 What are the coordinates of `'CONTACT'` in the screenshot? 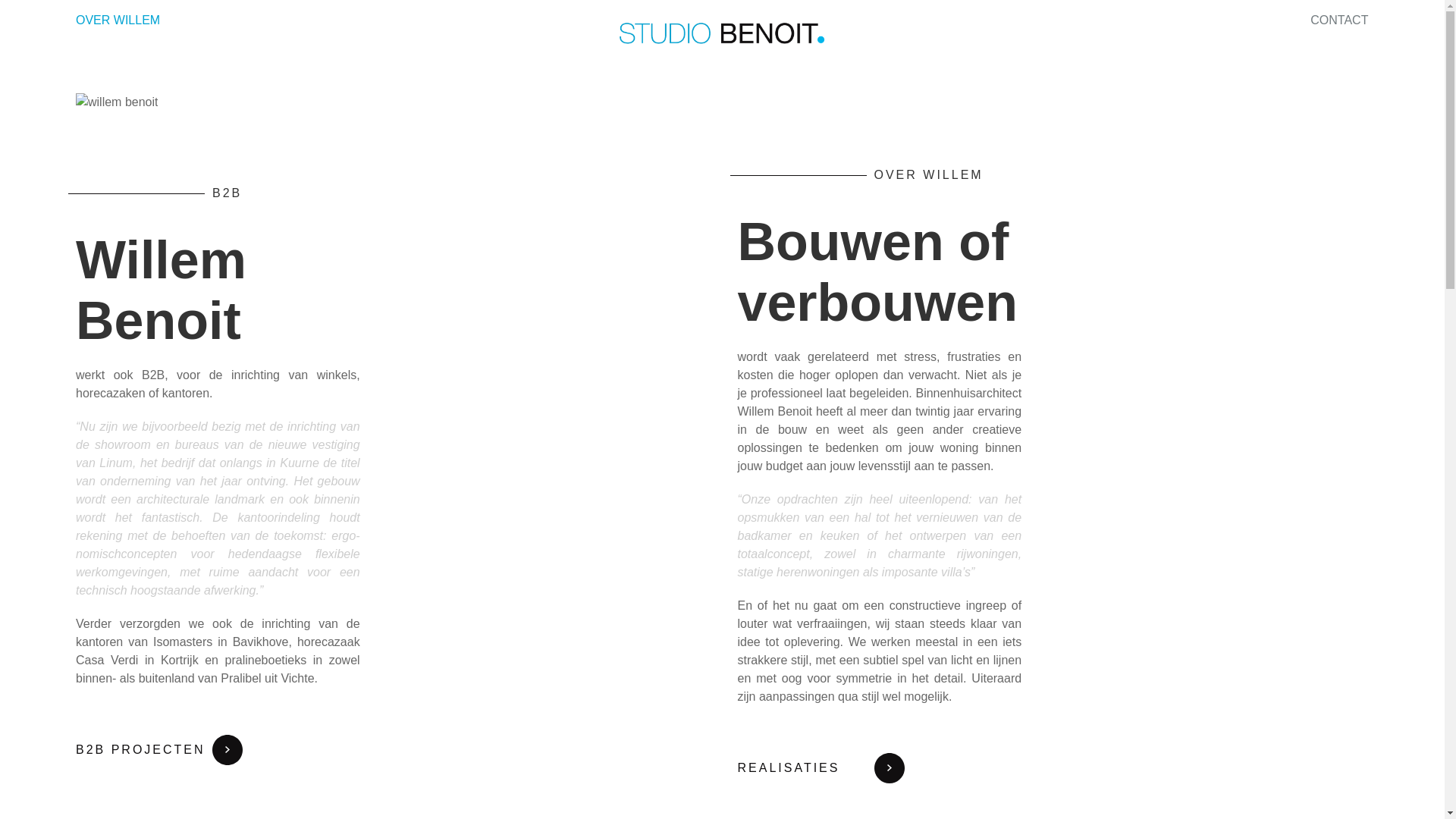 It's located at (1339, 20).